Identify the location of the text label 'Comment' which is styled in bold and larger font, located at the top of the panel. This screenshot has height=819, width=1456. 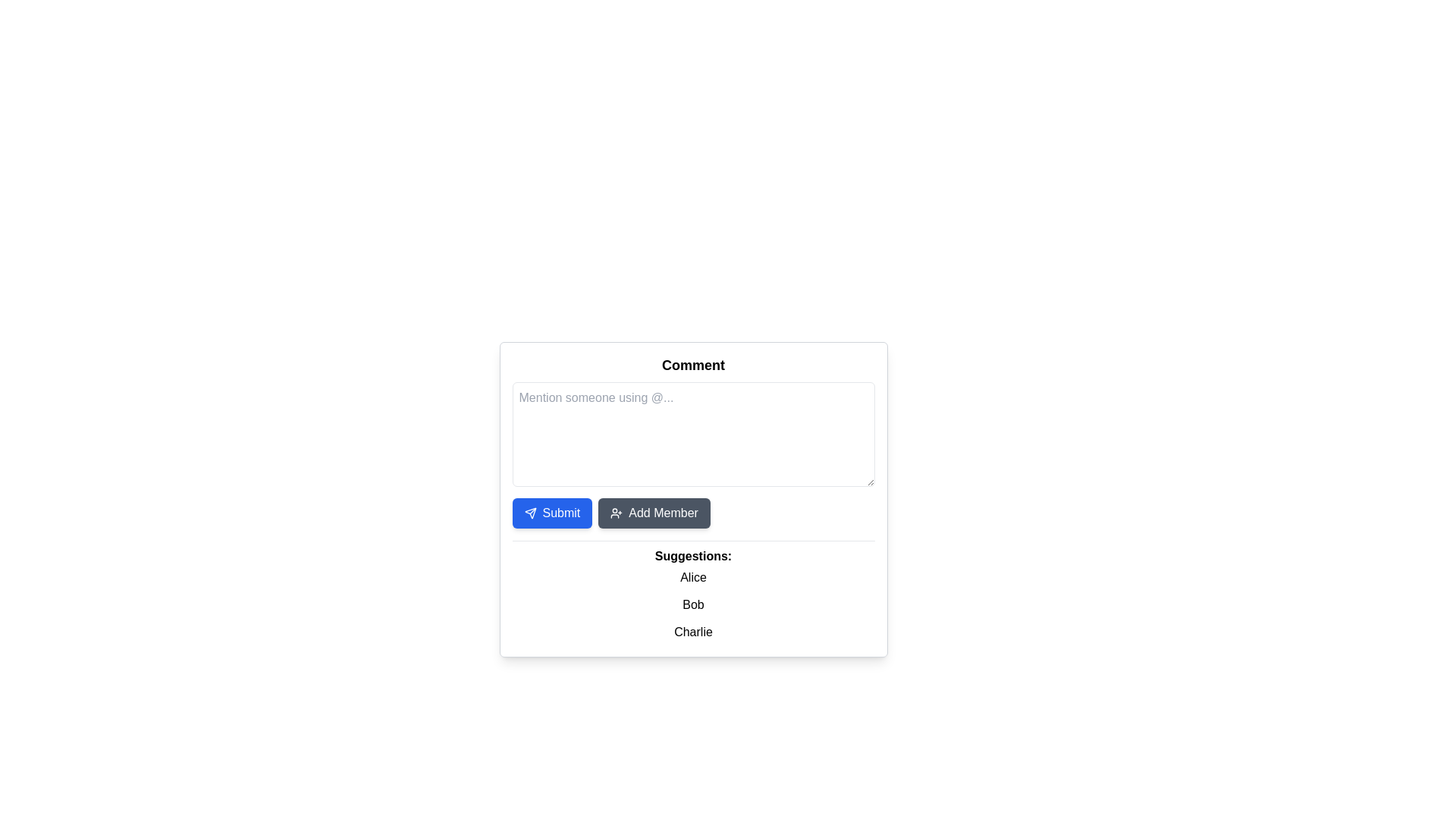
(692, 366).